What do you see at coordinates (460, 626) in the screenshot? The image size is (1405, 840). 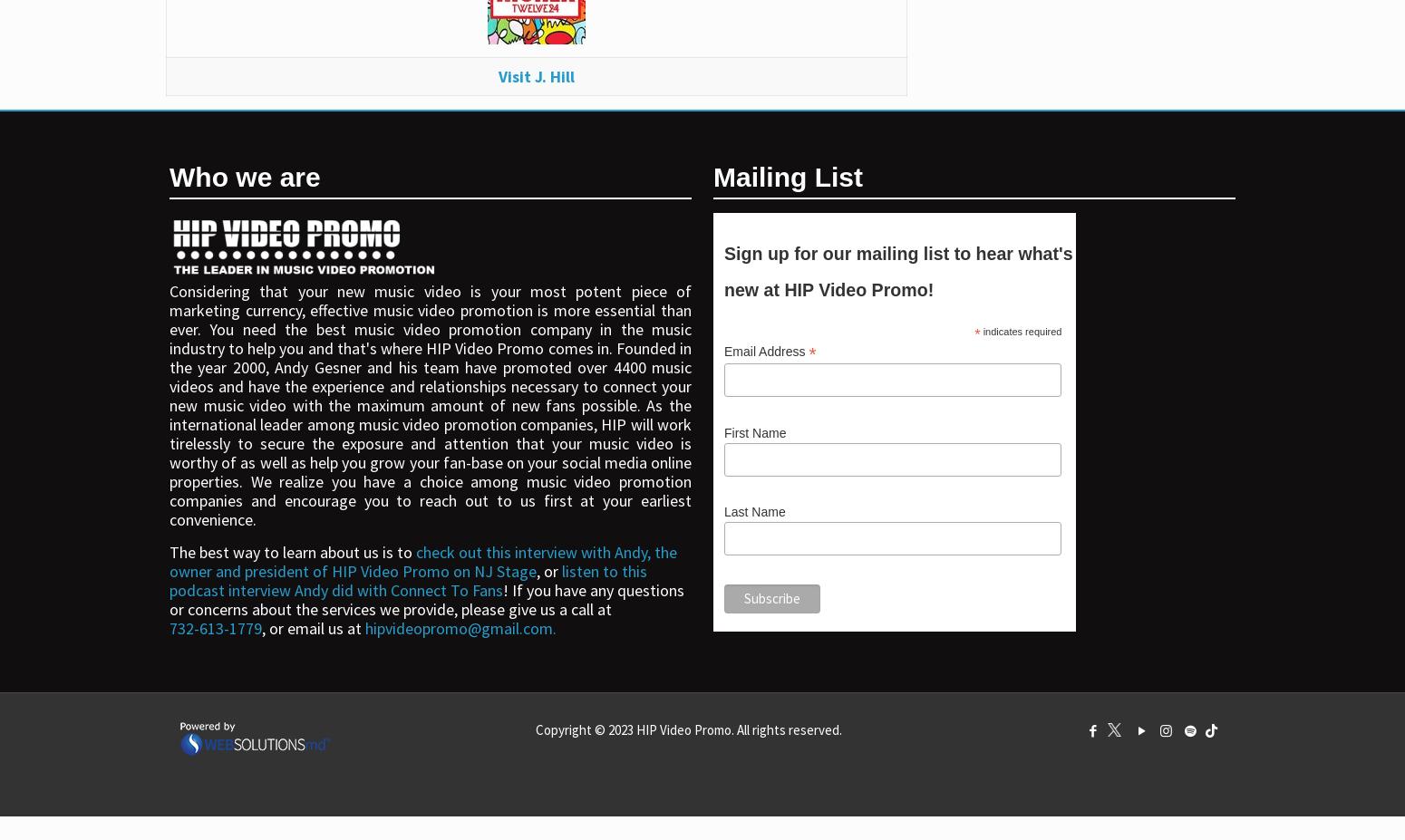 I see `'hipvideopromo@gmail.com.'` at bounding box center [460, 626].